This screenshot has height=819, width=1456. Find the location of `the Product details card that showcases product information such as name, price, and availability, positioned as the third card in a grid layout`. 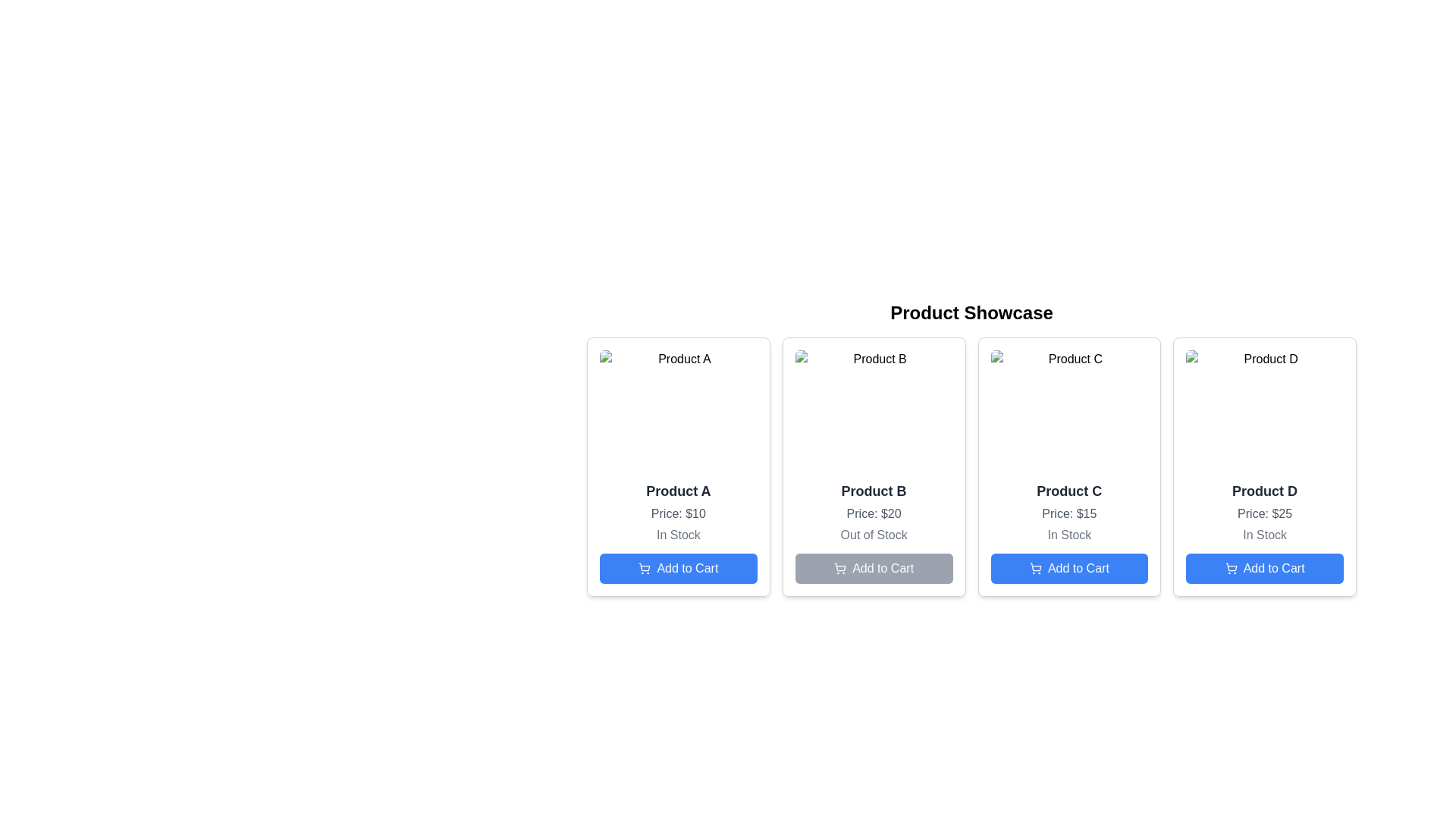

the Product details card that showcases product information such as name, price, and availability, positioned as the third card in a grid layout is located at coordinates (1068, 466).